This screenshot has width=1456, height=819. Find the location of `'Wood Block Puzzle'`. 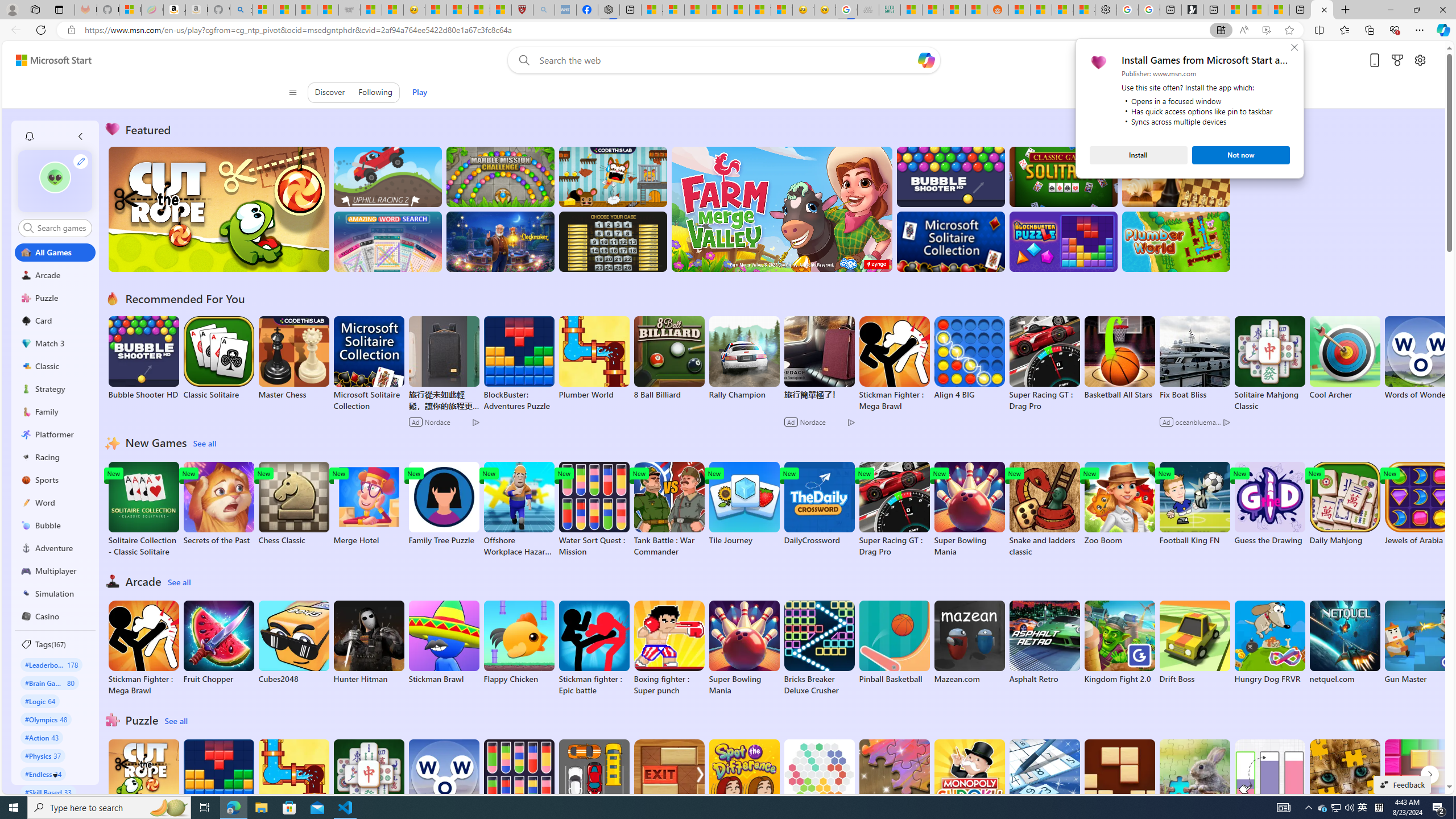

'Wood Block Puzzle' is located at coordinates (1119, 781).